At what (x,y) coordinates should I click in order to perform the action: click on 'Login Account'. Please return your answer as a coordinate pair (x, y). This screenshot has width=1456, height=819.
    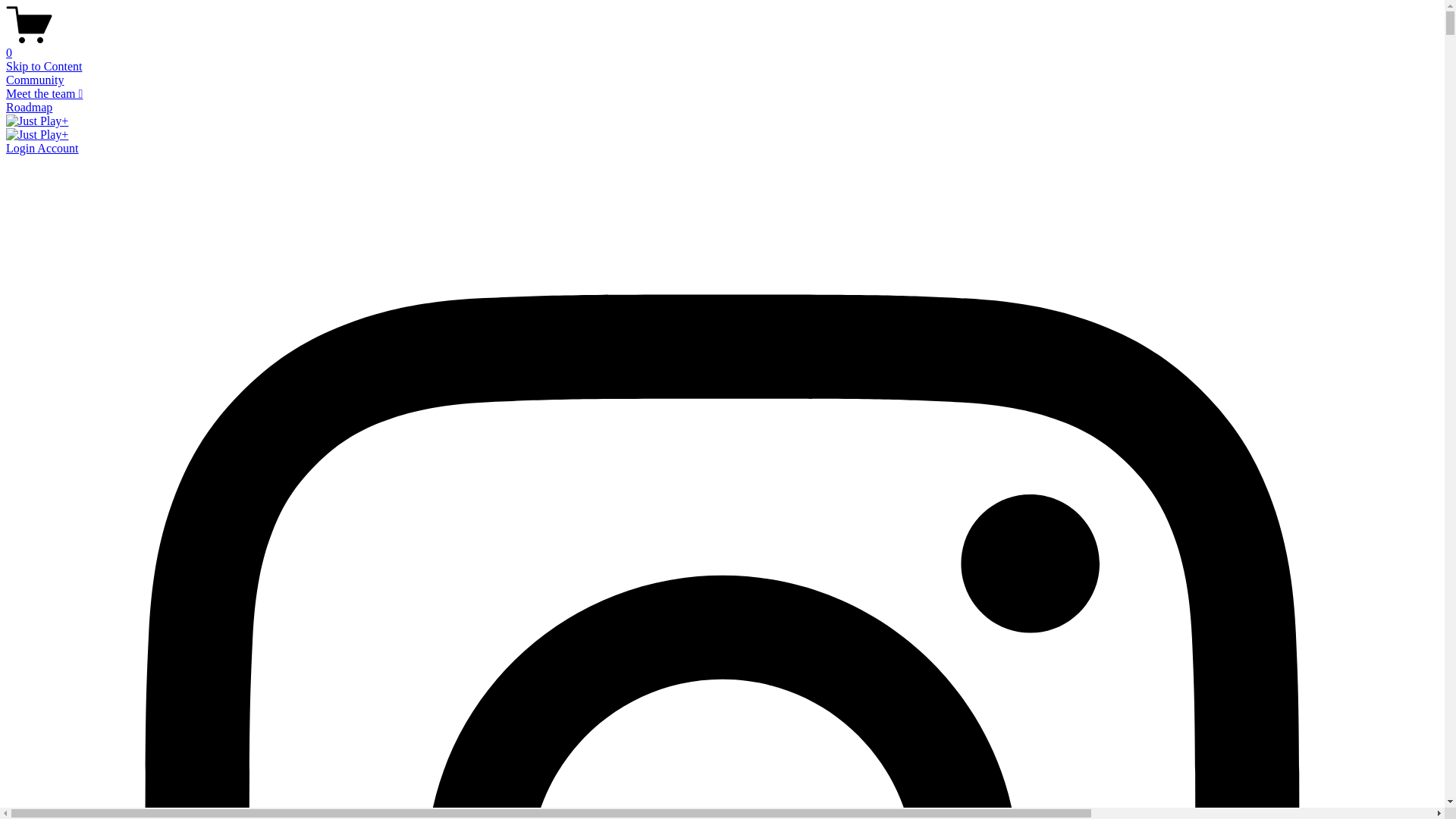
    Looking at the image, I should click on (42, 148).